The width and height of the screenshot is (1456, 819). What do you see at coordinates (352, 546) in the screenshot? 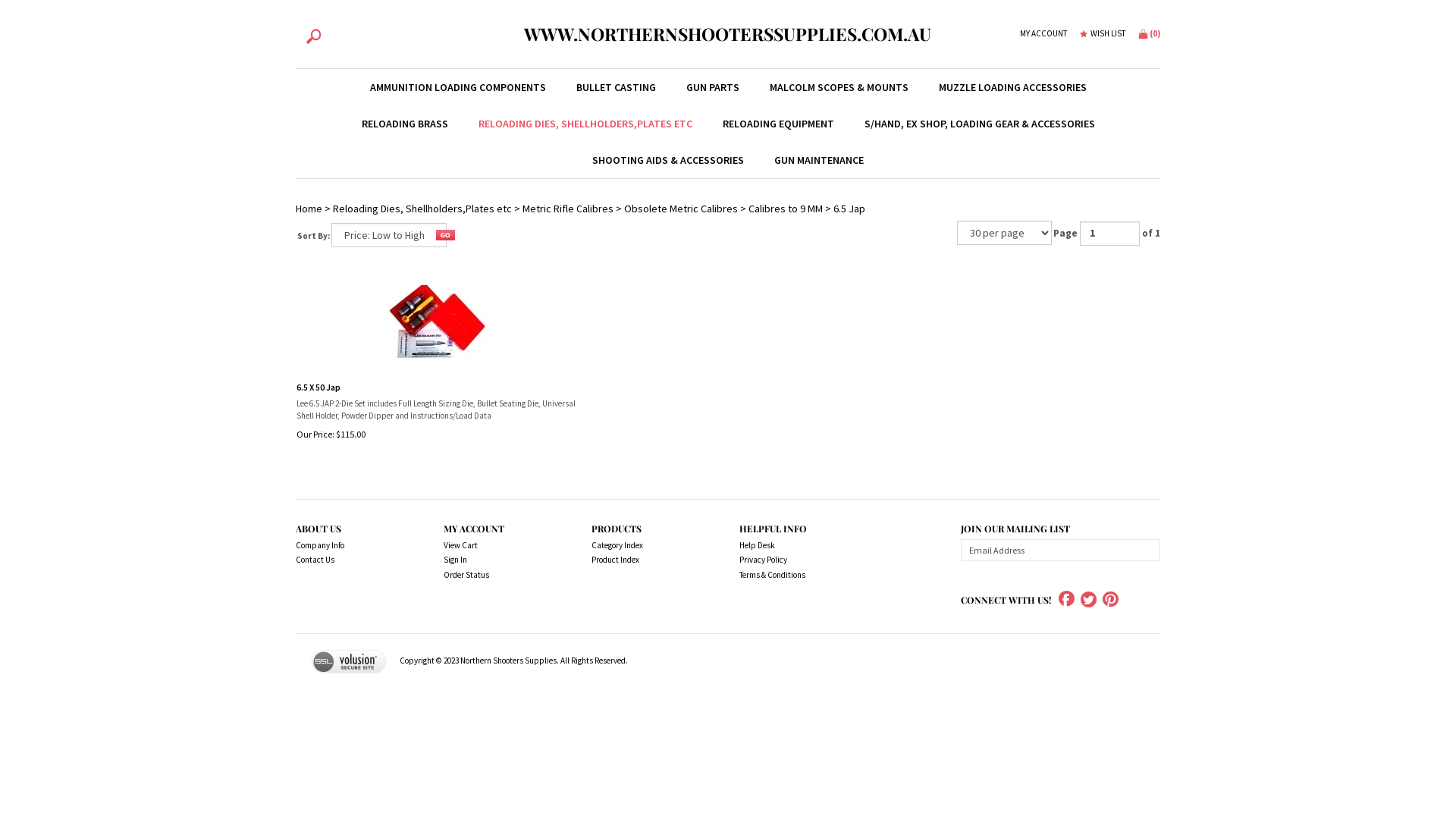
I see `'Company Info'` at bounding box center [352, 546].